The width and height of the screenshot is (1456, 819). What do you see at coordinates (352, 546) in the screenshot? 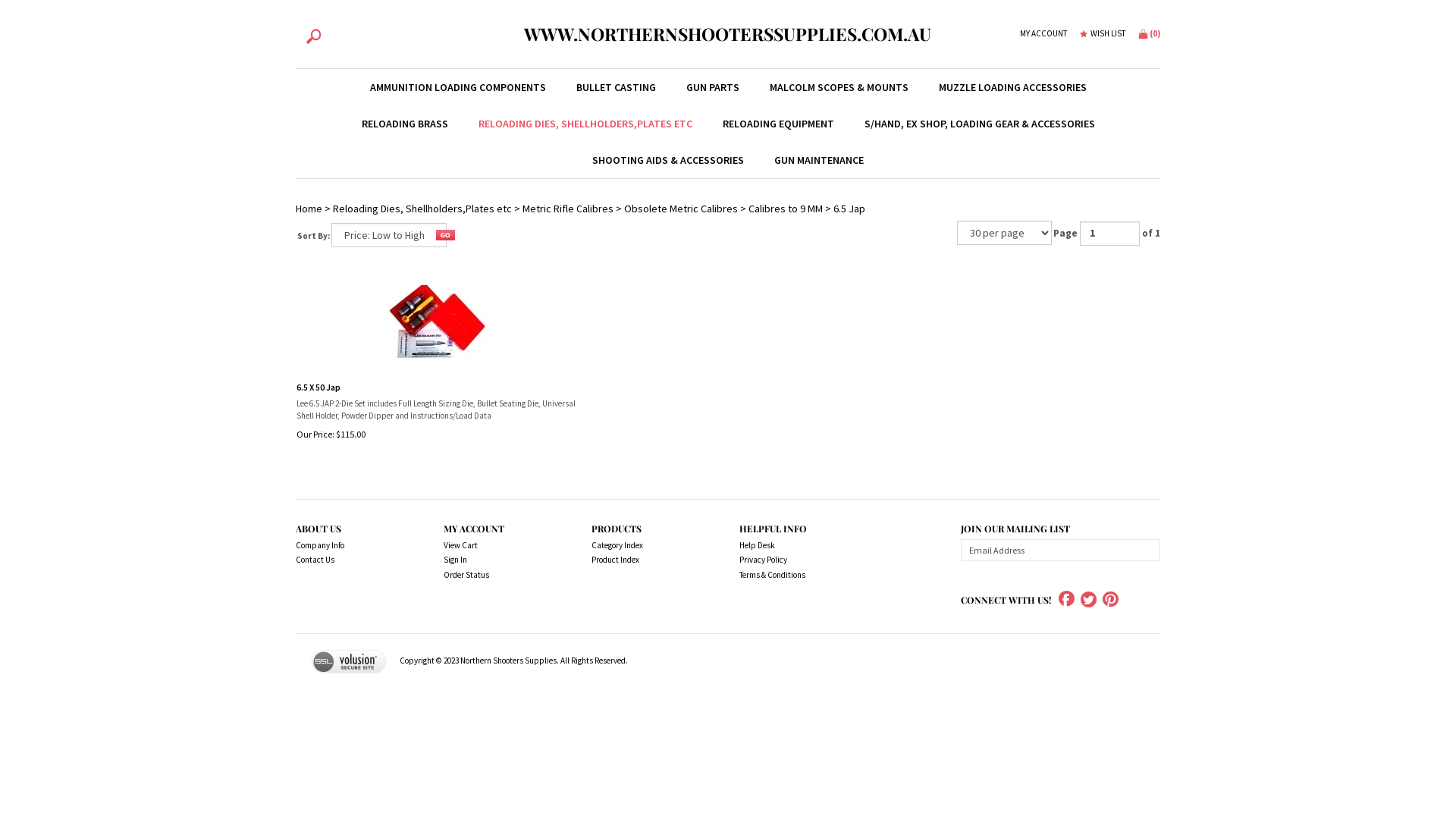
I see `'Company Info'` at bounding box center [352, 546].